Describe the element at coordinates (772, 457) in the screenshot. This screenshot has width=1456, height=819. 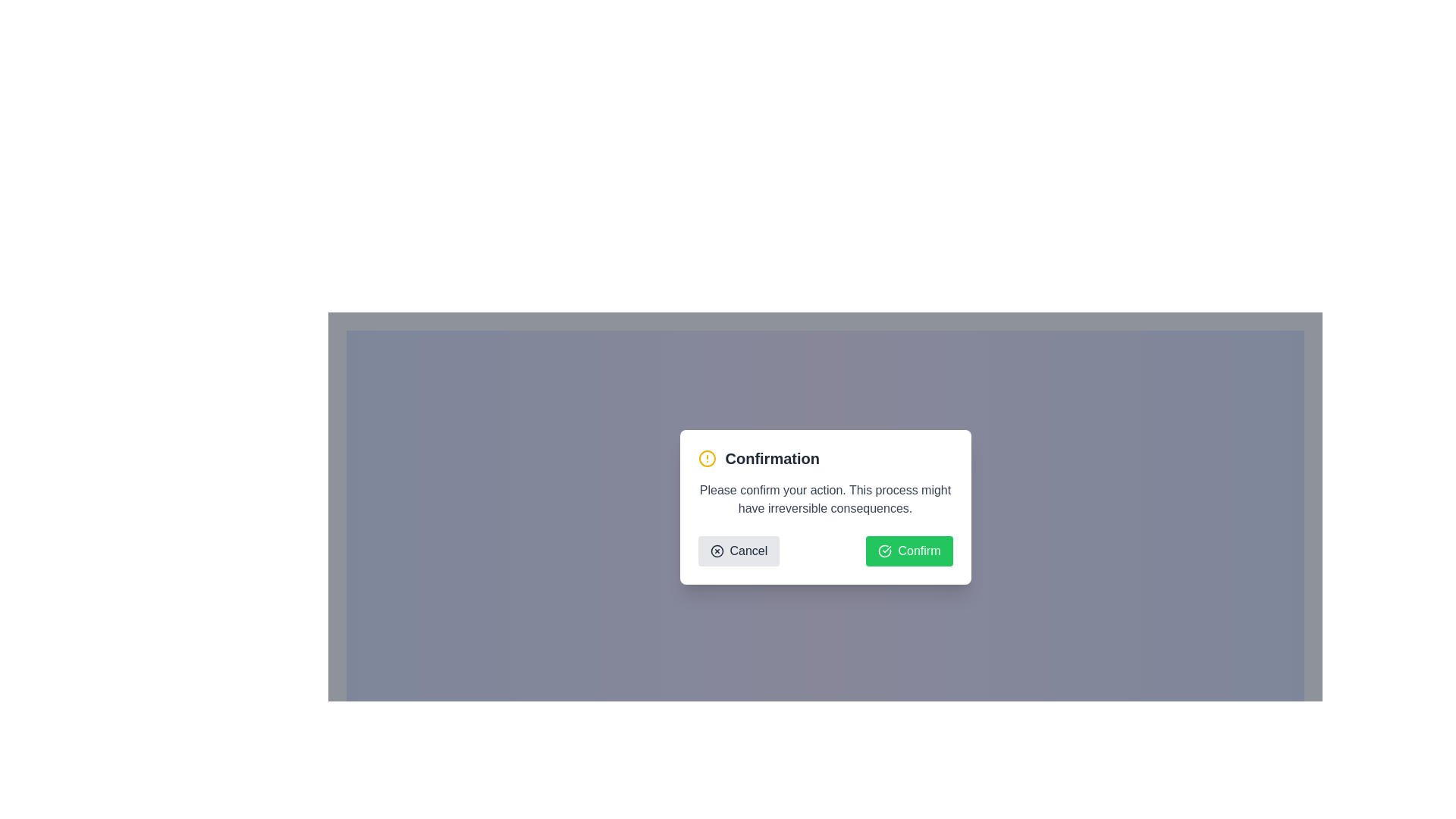
I see `the 'Confirmation' heading text, which is located within a modal at the top of the dialog, next to a yellow warning icon` at that location.